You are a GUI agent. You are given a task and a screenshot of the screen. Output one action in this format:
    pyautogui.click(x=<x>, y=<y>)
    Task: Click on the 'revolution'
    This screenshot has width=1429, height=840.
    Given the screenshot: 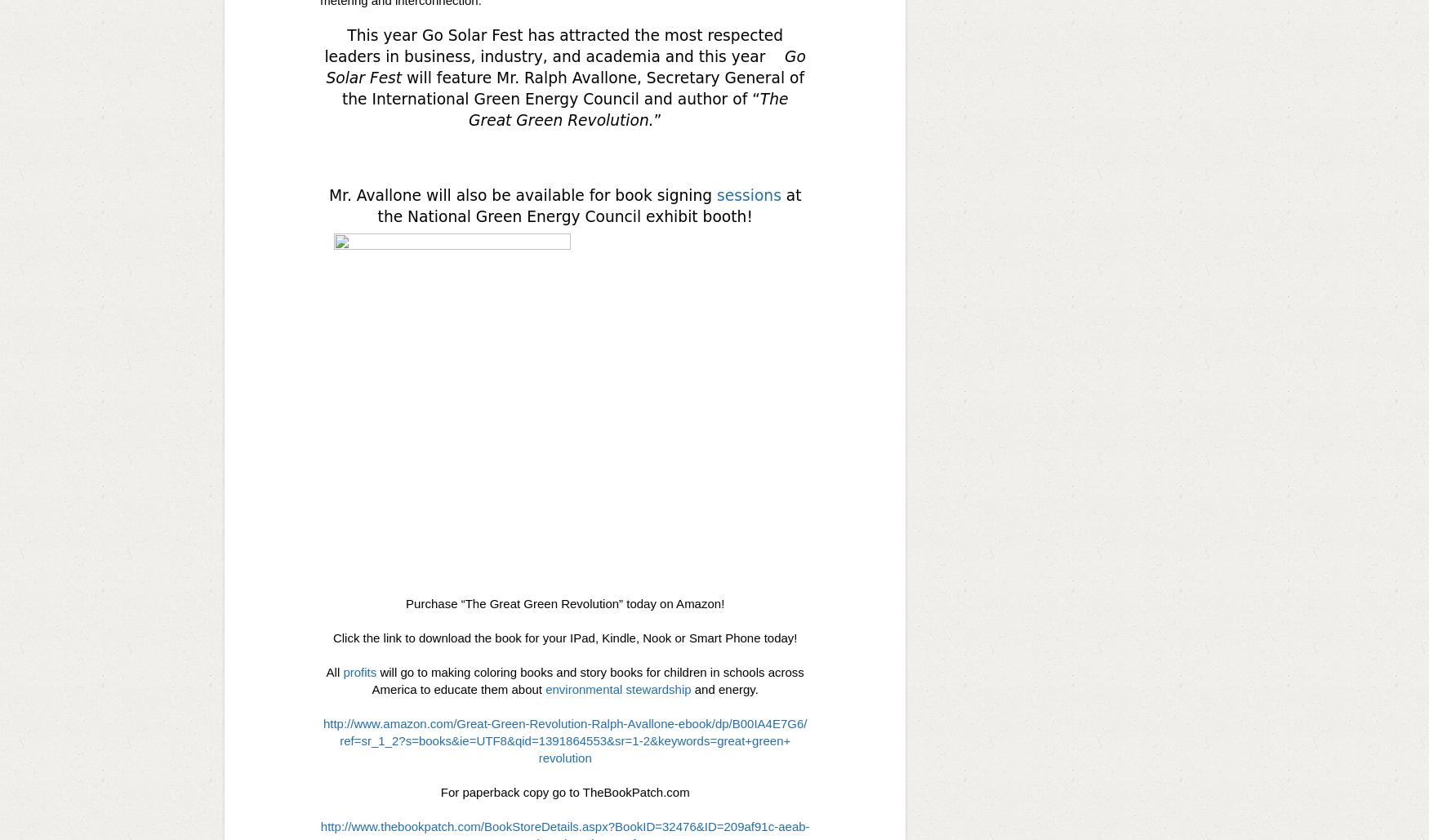 What is the action you would take?
    pyautogui.click(x=537, y=757)
    